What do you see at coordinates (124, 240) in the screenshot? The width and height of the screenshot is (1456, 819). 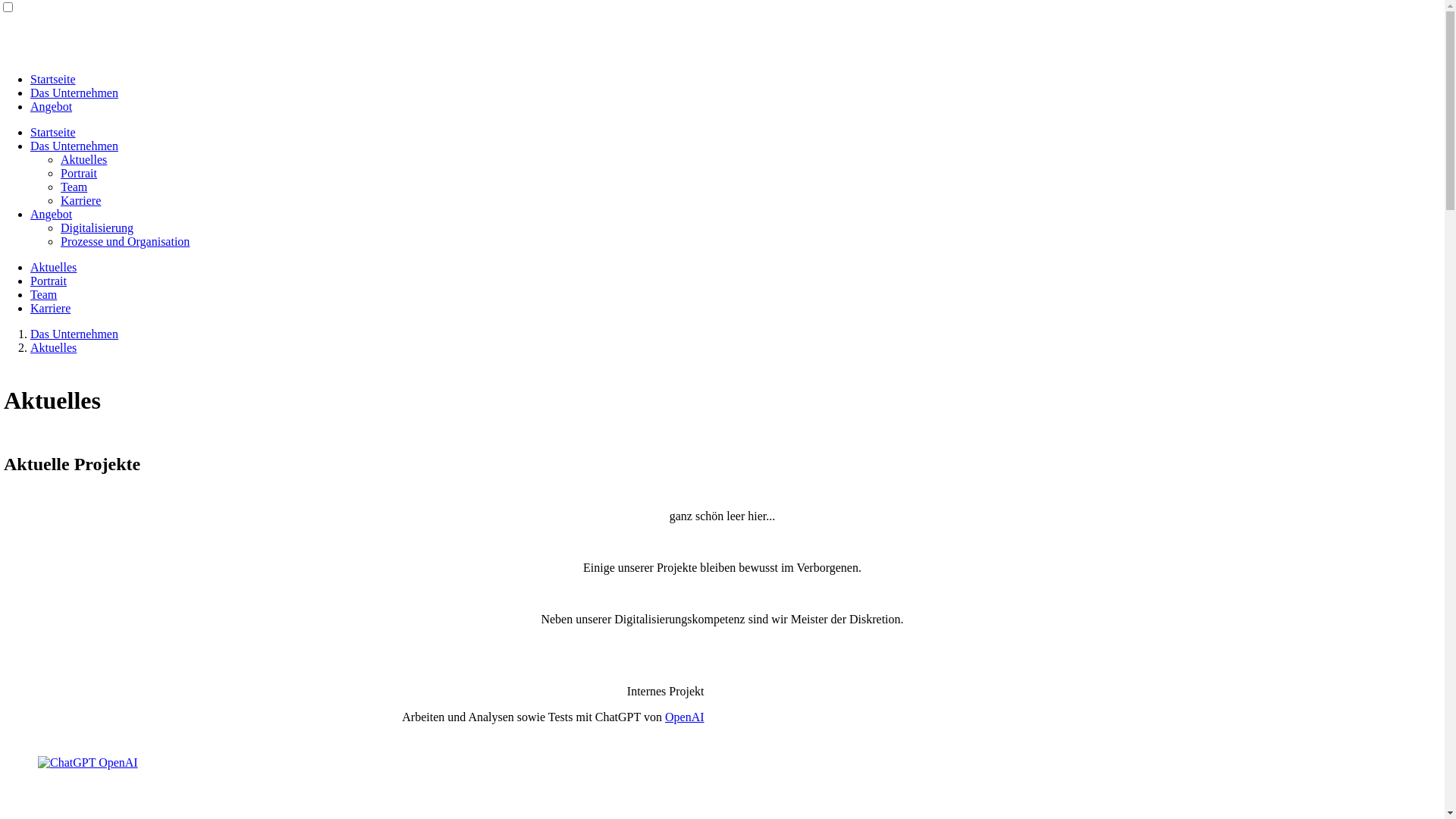 I see `'Prozesse und Organisation'` at bounding box center [124, 240].